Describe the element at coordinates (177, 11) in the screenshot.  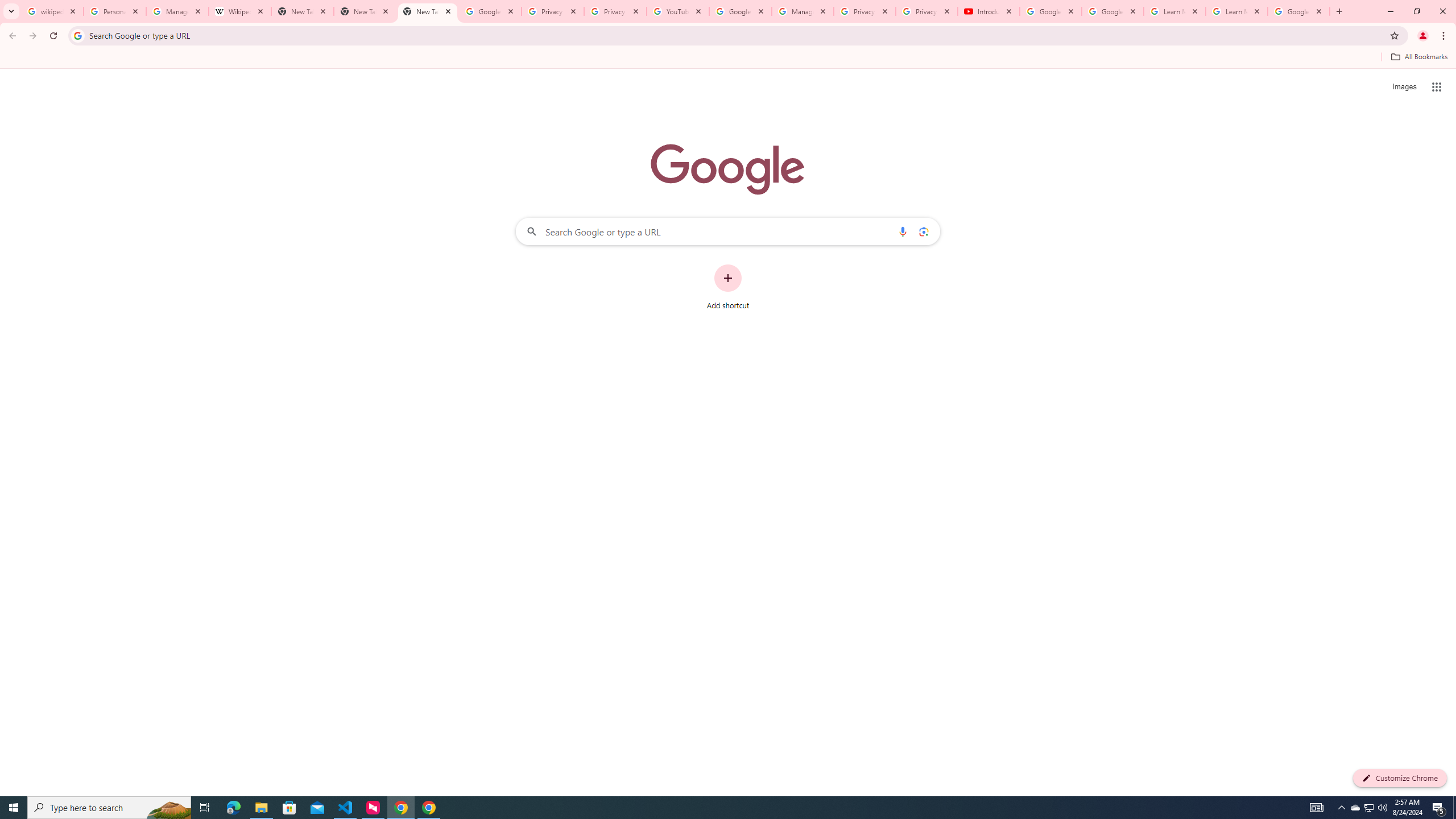
I see `'Manage your Location History - Google Search Help'` at that location.